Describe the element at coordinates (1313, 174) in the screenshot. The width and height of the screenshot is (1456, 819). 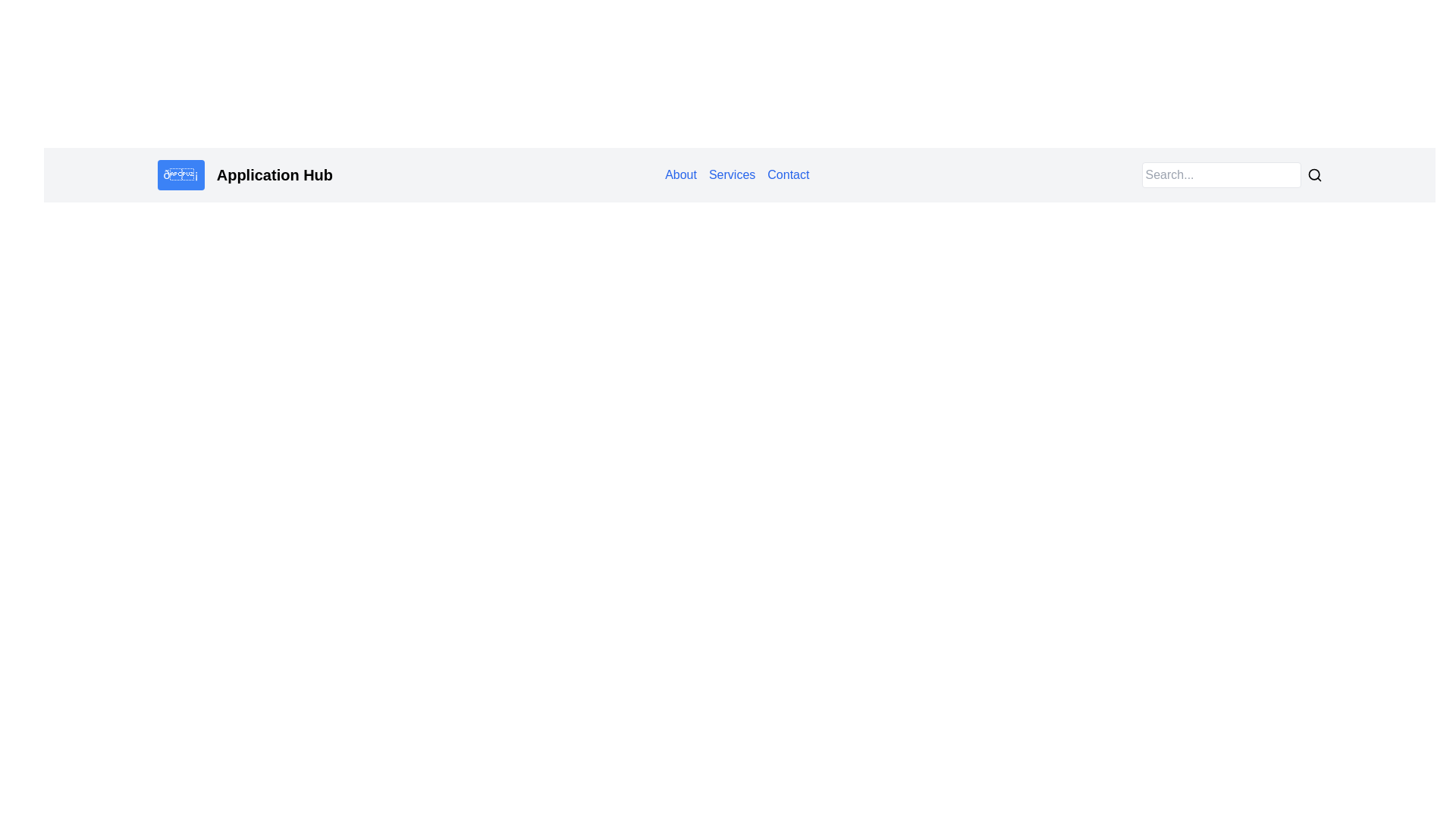
I see `the search icon located in the top-right corner of the navigation bar` at that location.